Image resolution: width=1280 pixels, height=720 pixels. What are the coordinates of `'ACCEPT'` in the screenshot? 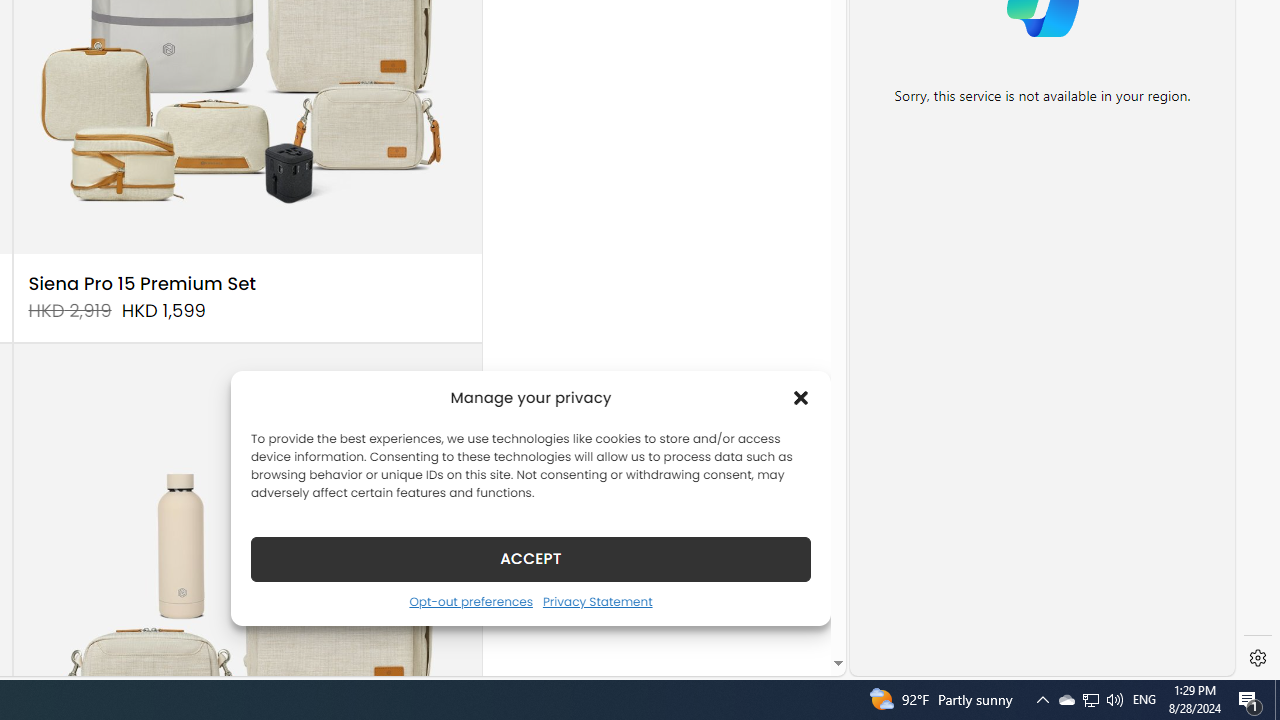 It's located at (531, 558).